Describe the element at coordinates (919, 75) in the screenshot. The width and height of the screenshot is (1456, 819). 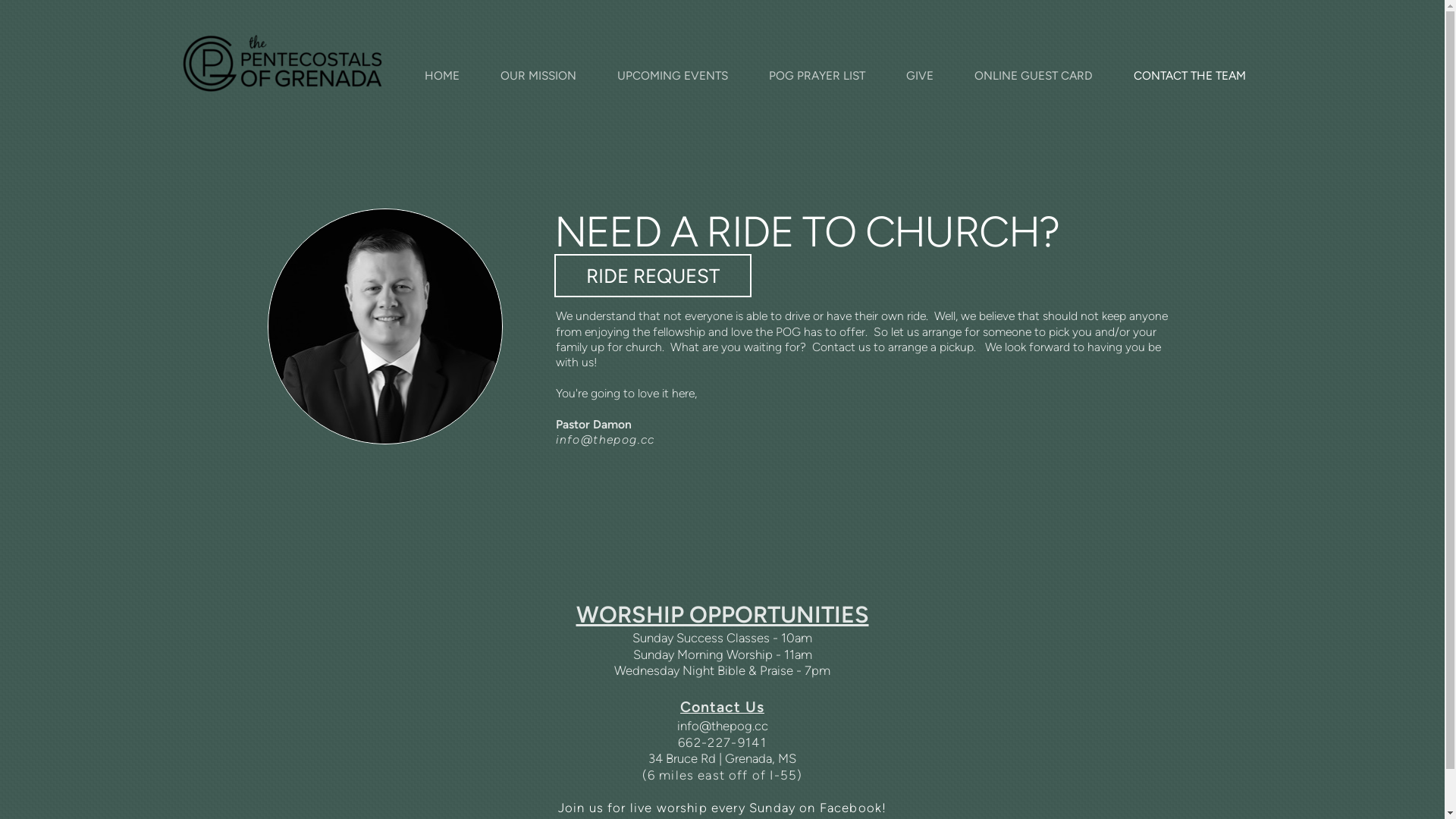
I see `'GIVE'` at that location.